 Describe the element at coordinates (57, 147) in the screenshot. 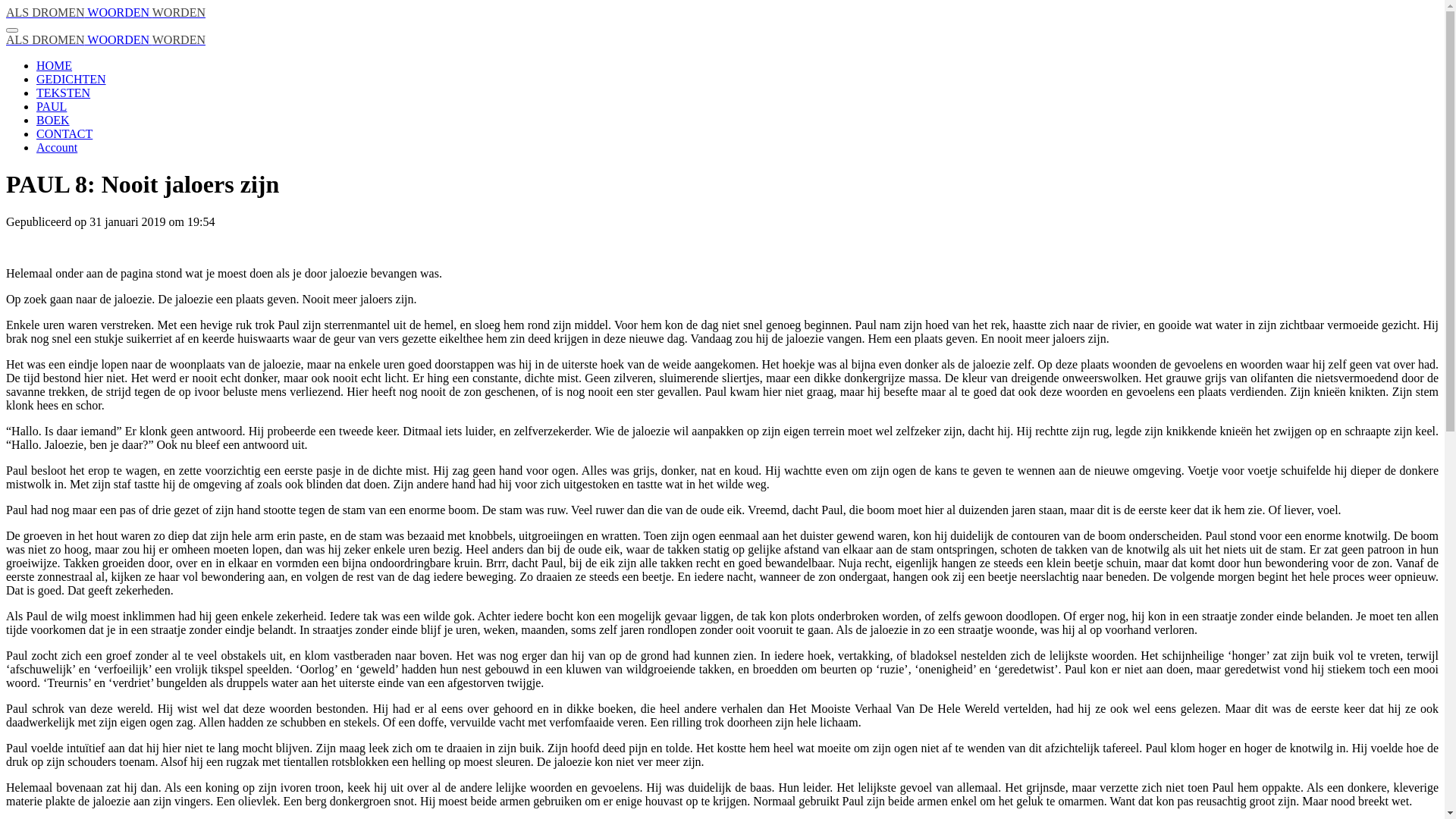

I see `'Account'` at that location.